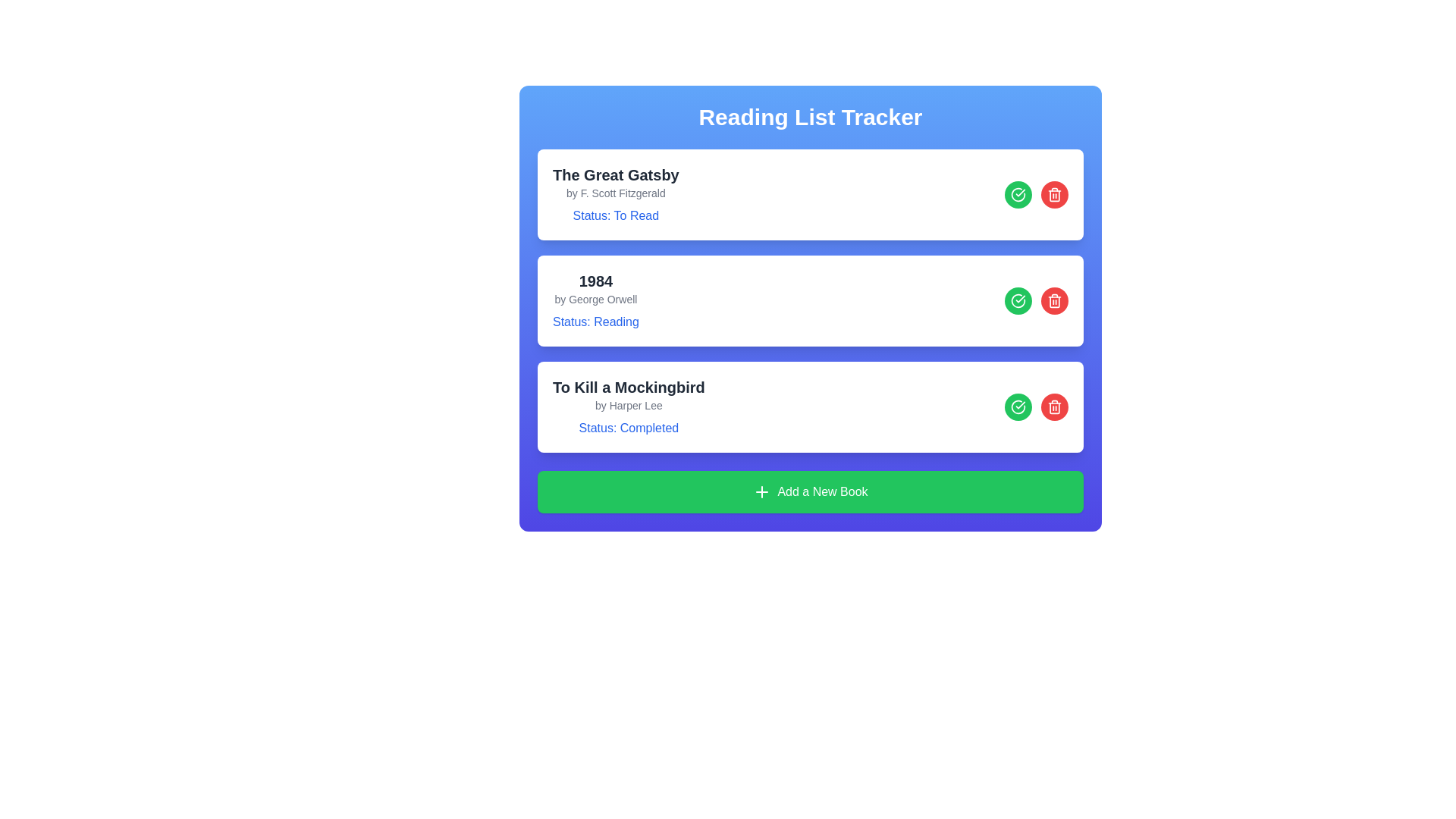 This screenshot has height=819, width=1456. What do you see at coordinates (1018, 194) in the screenshot?
I see `the second green circular icon with a white checkmark, located in the middle entry of a three-item list, to the right of the '1984' entry by George Orwell` at bounding box center [1018, 194].